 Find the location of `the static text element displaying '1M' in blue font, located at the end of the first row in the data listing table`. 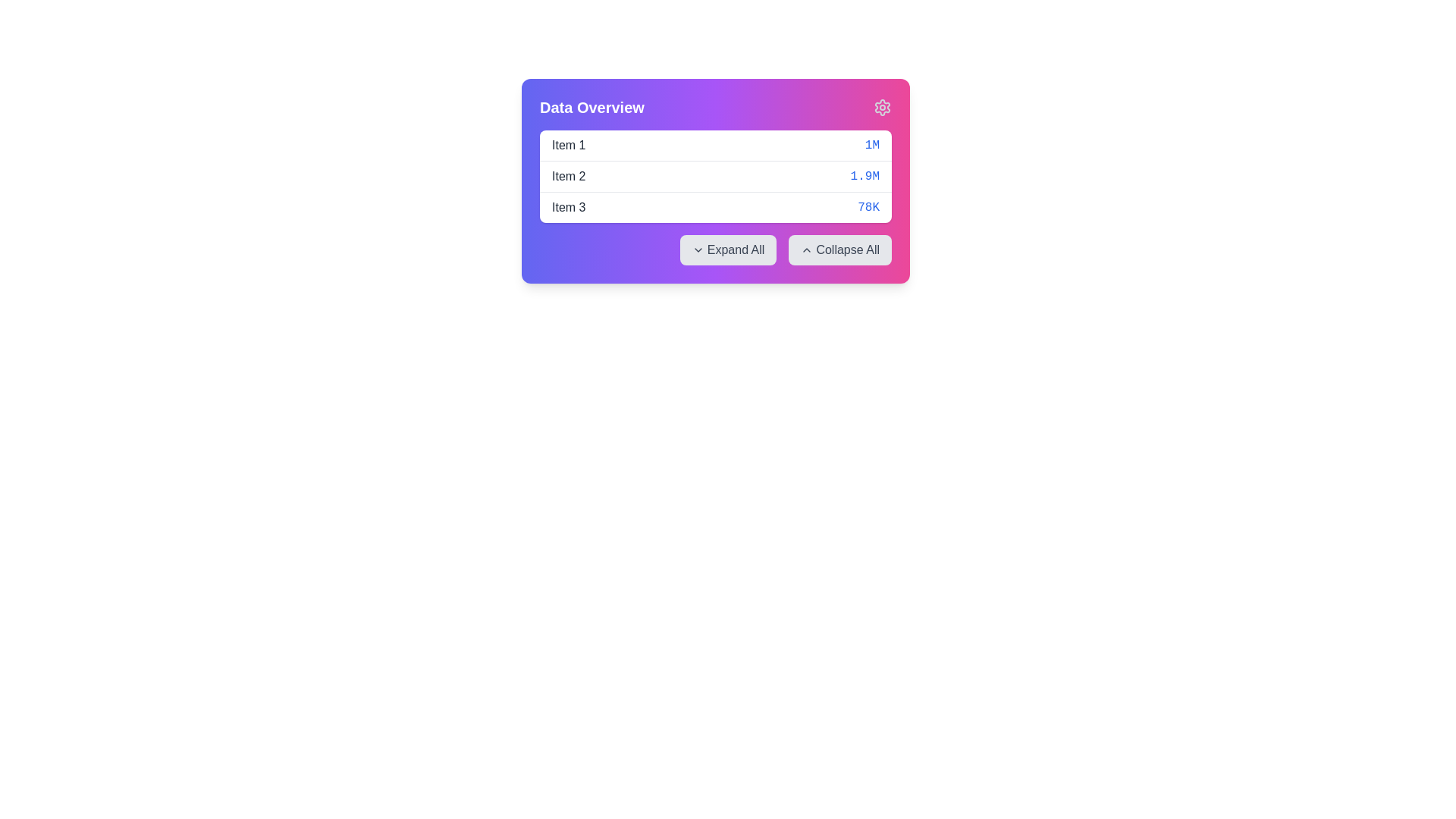

the static text element displaying '1M' in blue font, located at the end of the first row in the data listing table is located at coordinates (872, 146).